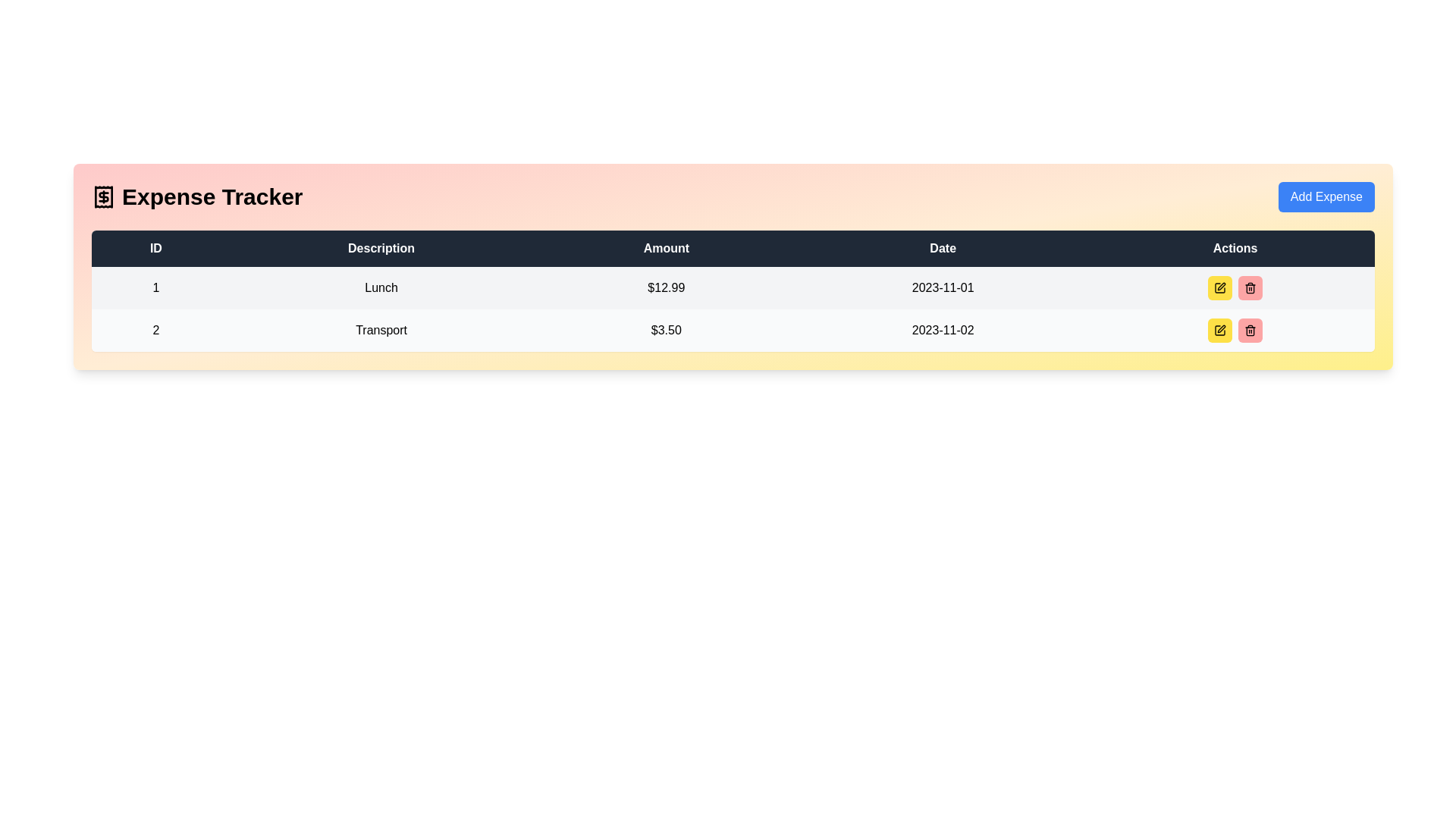 Image resolution: width=1456 pixels, height=819 pixels. What do you see at coordinates (1326, 196) in the screenshot?
I see `the button located at the top-right corner of the 'Expense Tracker' header` at bounding box center [1326, 196].